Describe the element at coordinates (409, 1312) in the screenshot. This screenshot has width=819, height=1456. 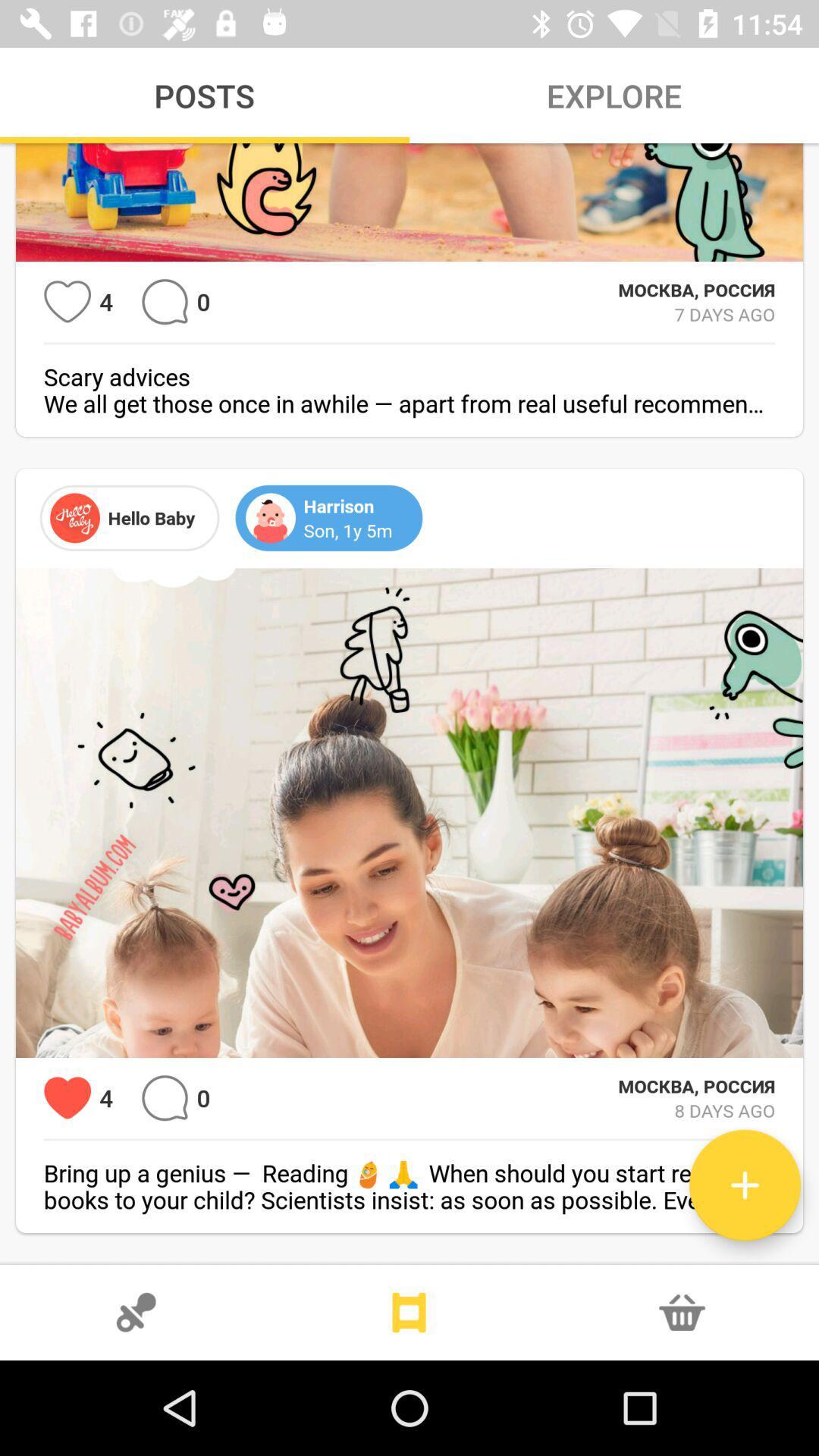
I see `slides` at that location.